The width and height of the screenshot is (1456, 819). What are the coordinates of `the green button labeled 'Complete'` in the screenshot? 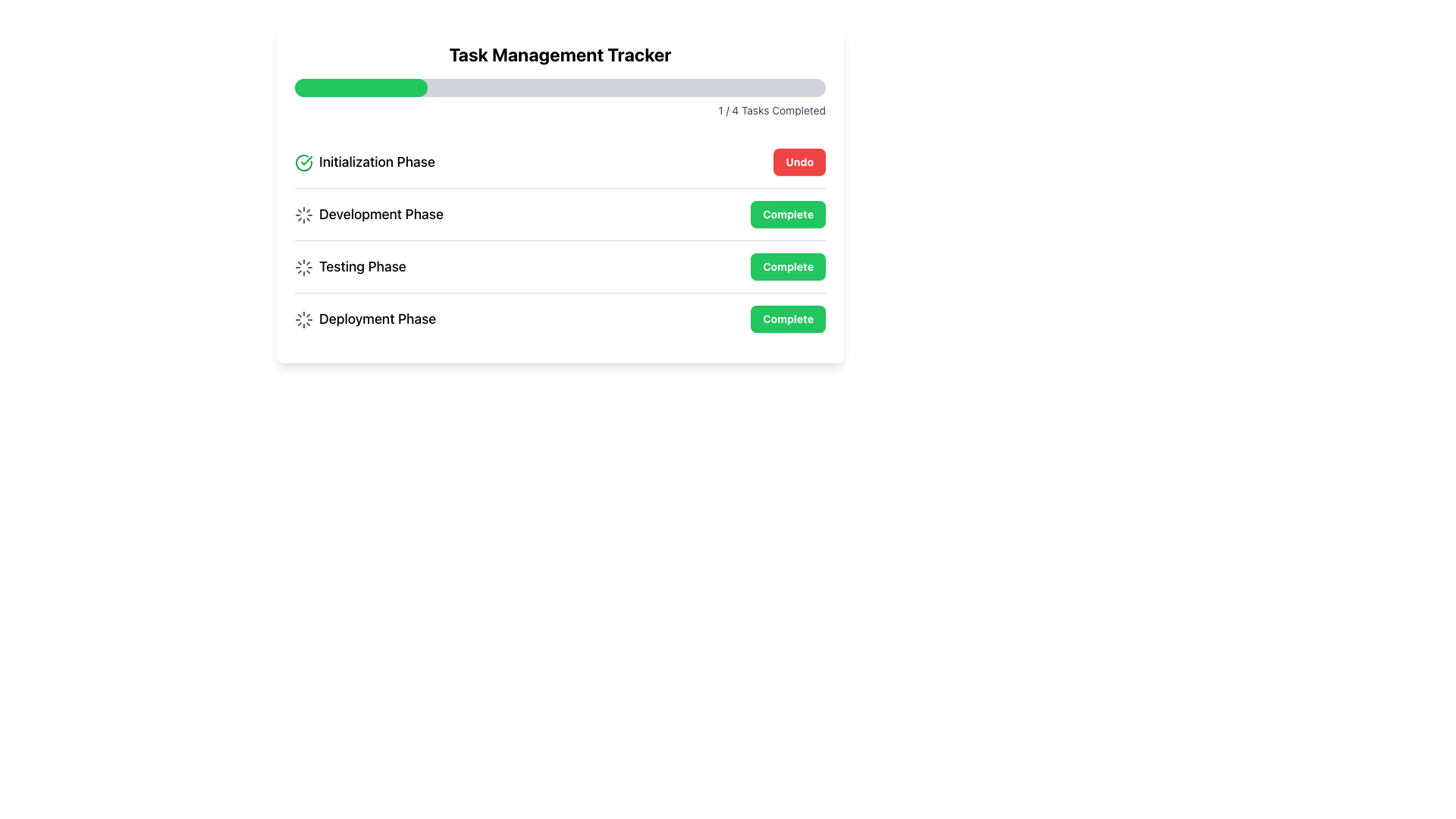 It's located at (788, 265).